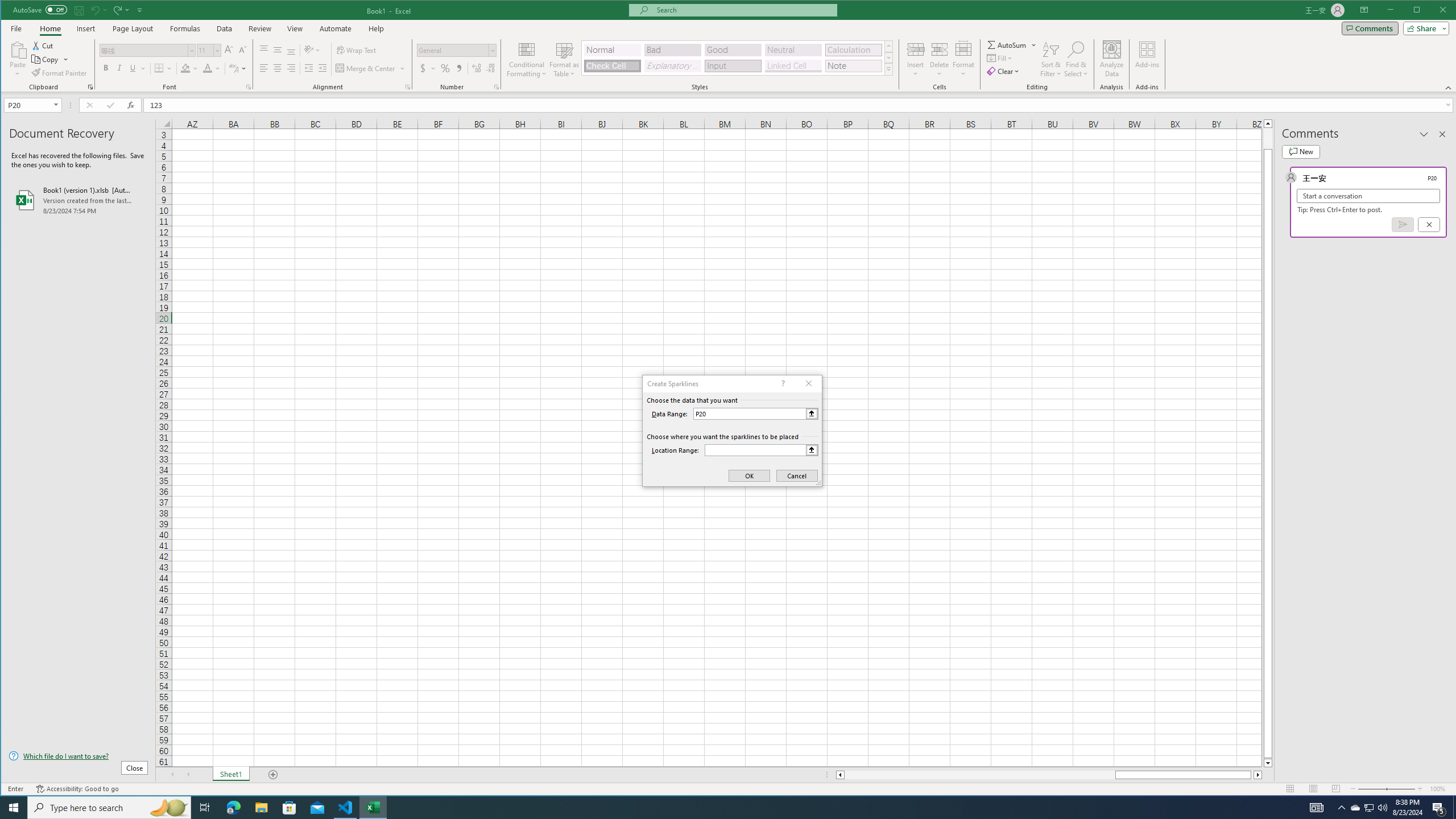  What do you see at coordinates (291, 68) in the screenshot?
I see `'Align Right'` at bounding box center [291, 68].